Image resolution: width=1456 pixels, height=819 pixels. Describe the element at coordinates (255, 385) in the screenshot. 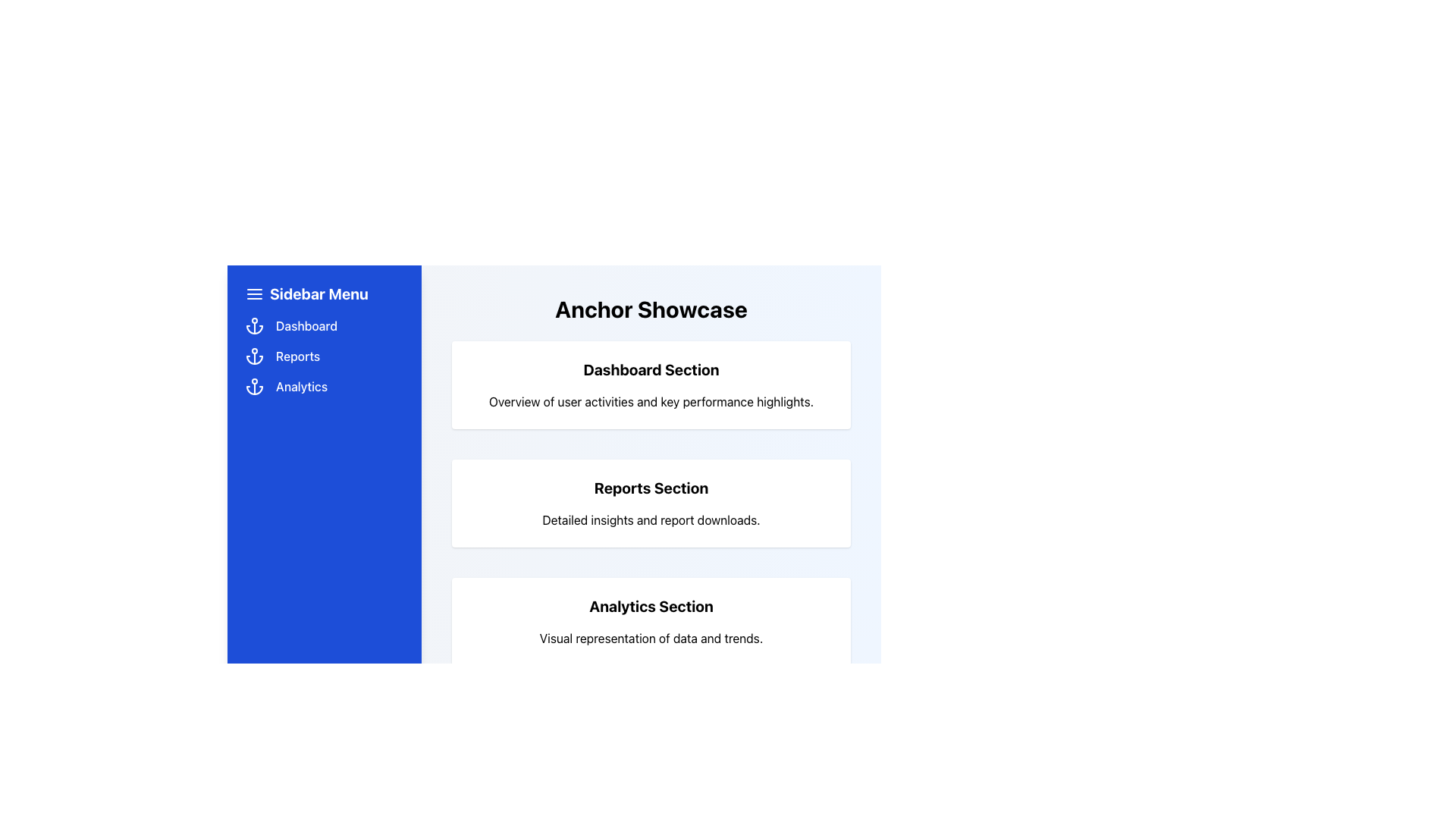

I see `the 'Analytics' icon in the sidebar menu to observe the color change` at that location.